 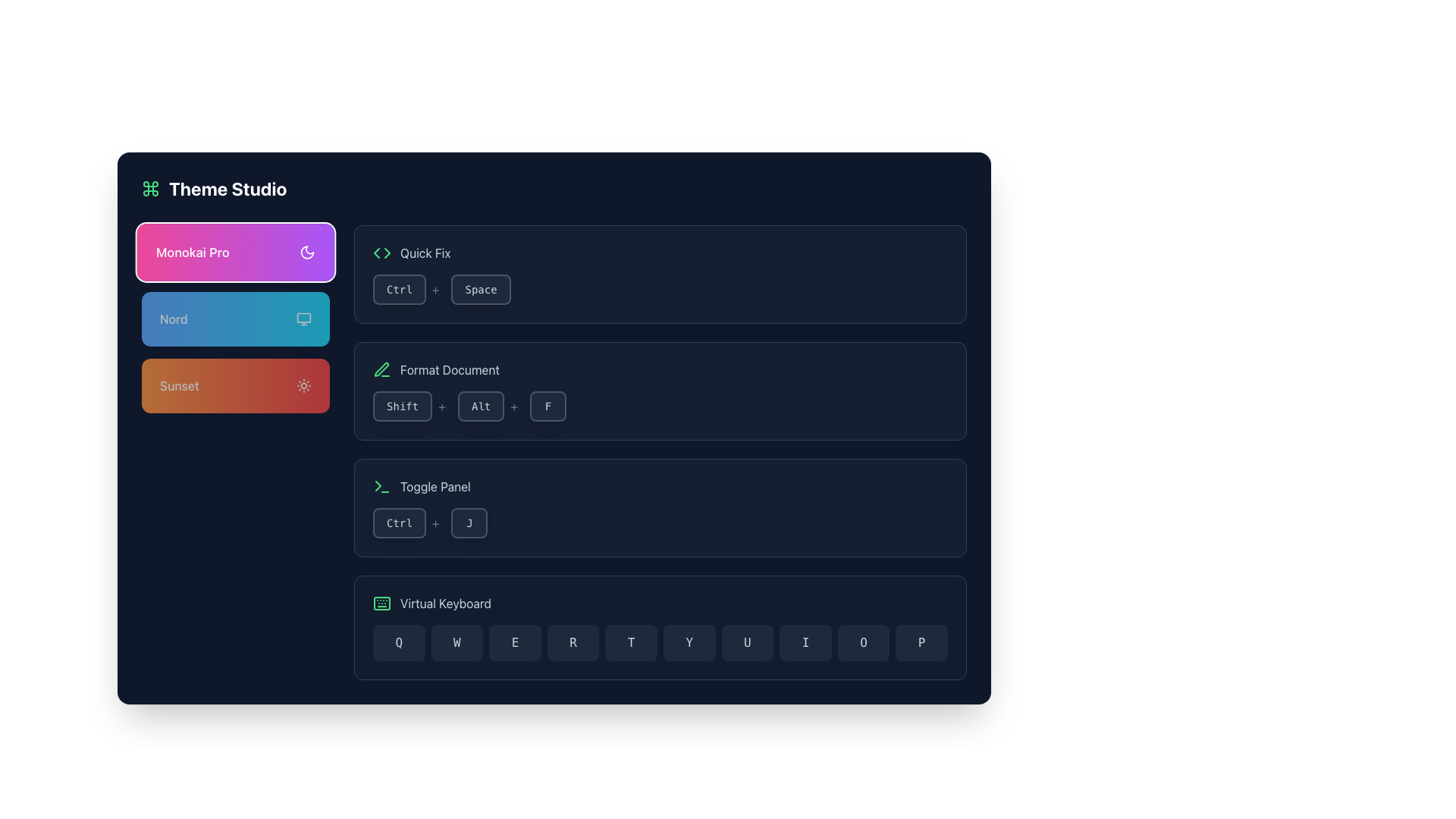 What do you see at coordinates (449, 370) in the screenshot?
I see `text label 'Format Document' which is light gray and located next to a green pencil icon in the top-central part of the panel` at bounding box center [449, 370].